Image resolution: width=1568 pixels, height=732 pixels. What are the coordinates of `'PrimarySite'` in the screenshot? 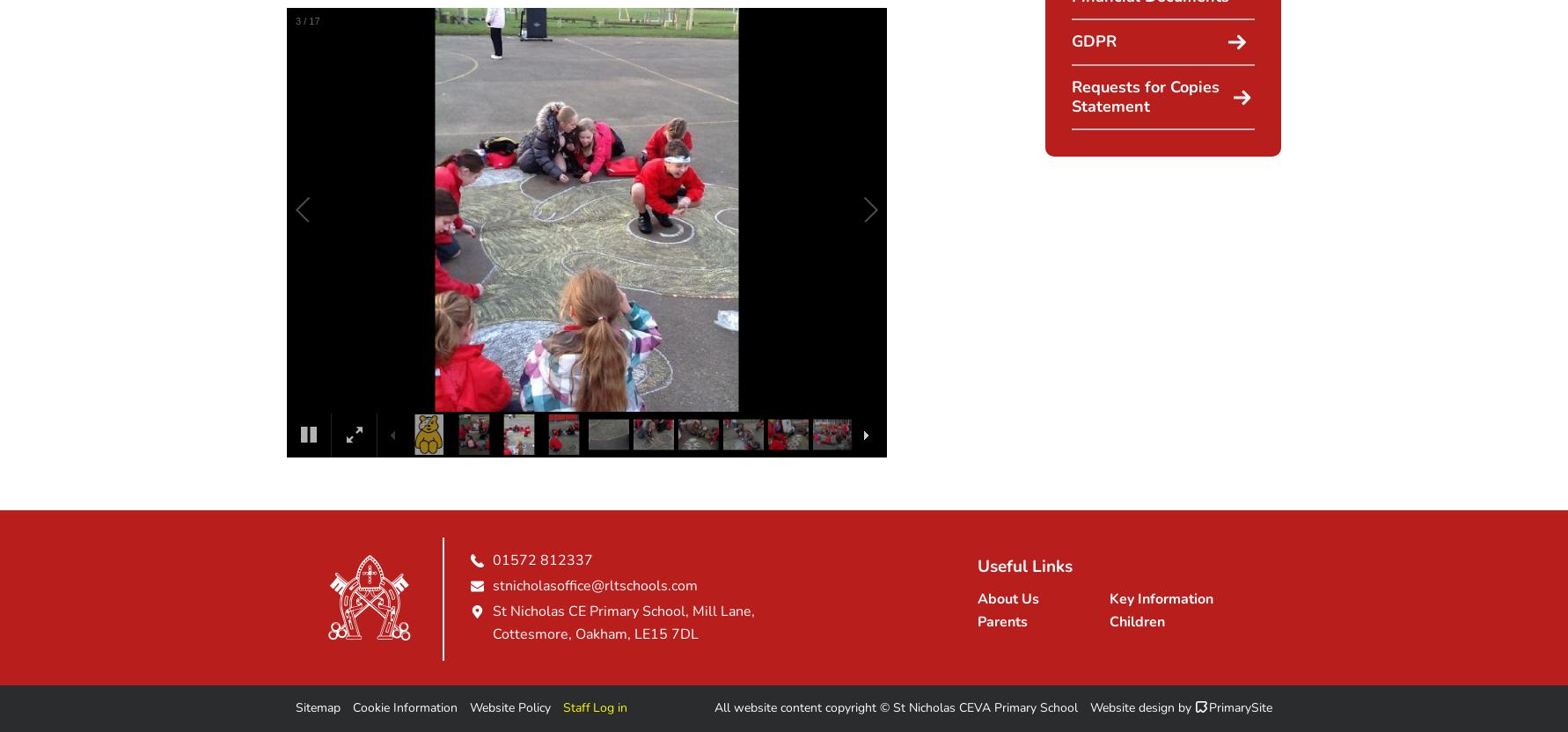 It's located at (1239, 706).